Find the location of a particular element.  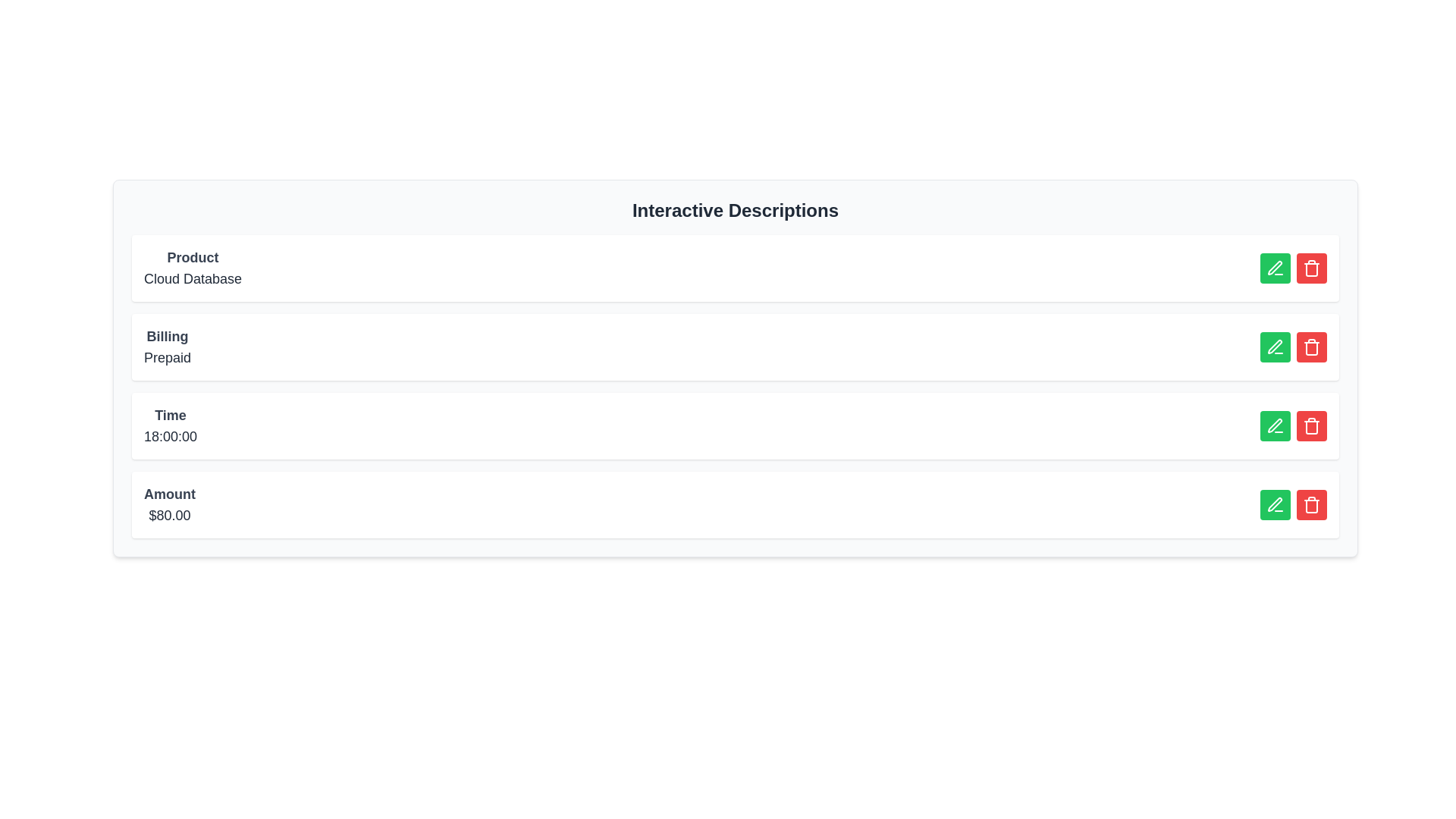

the pen icon located inside the green circular button to the right of the 'Time' field label and value is located at coordinates (1274, 347).